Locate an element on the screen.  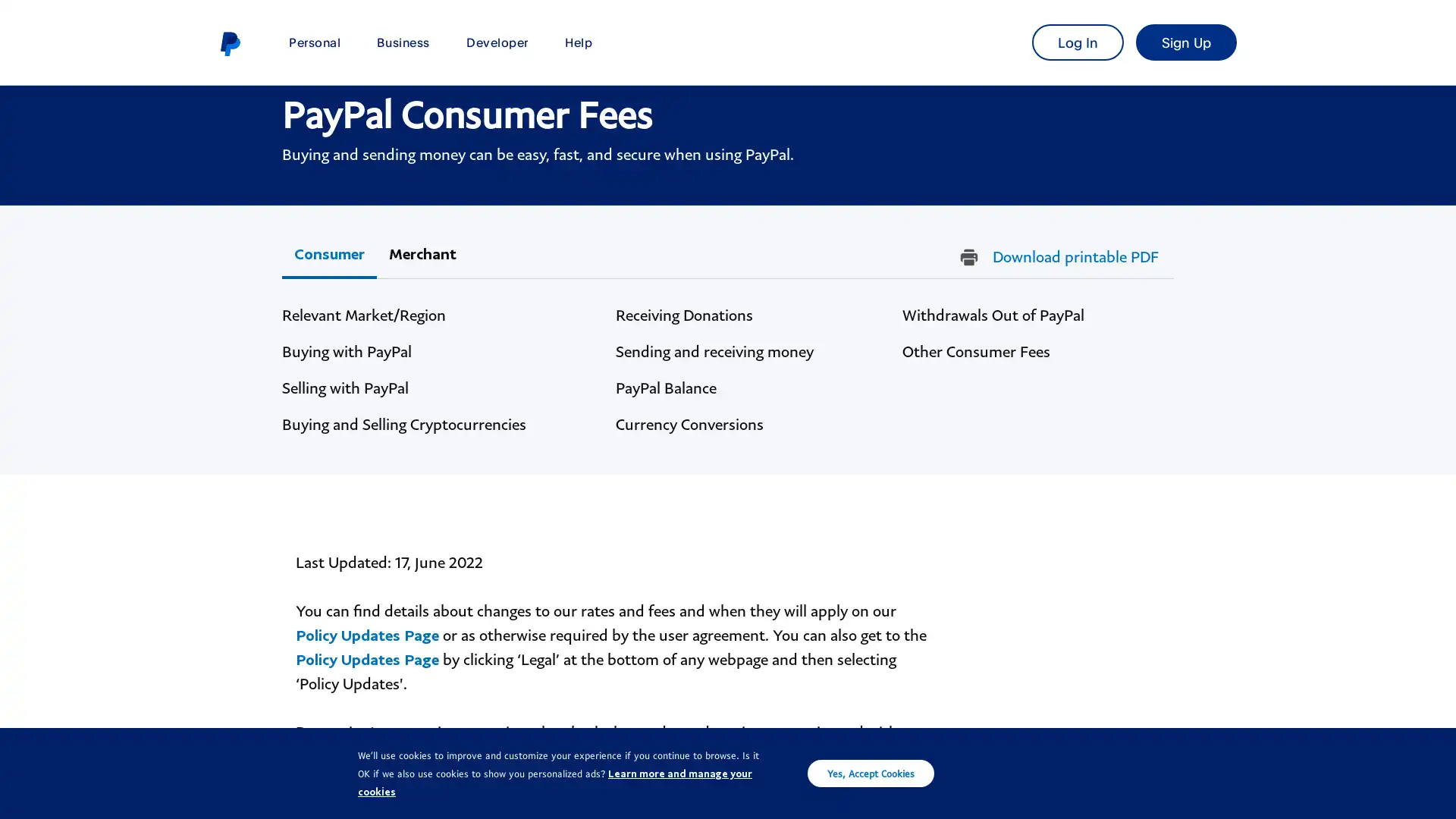
Log In is located at coordinates (1077, 42).